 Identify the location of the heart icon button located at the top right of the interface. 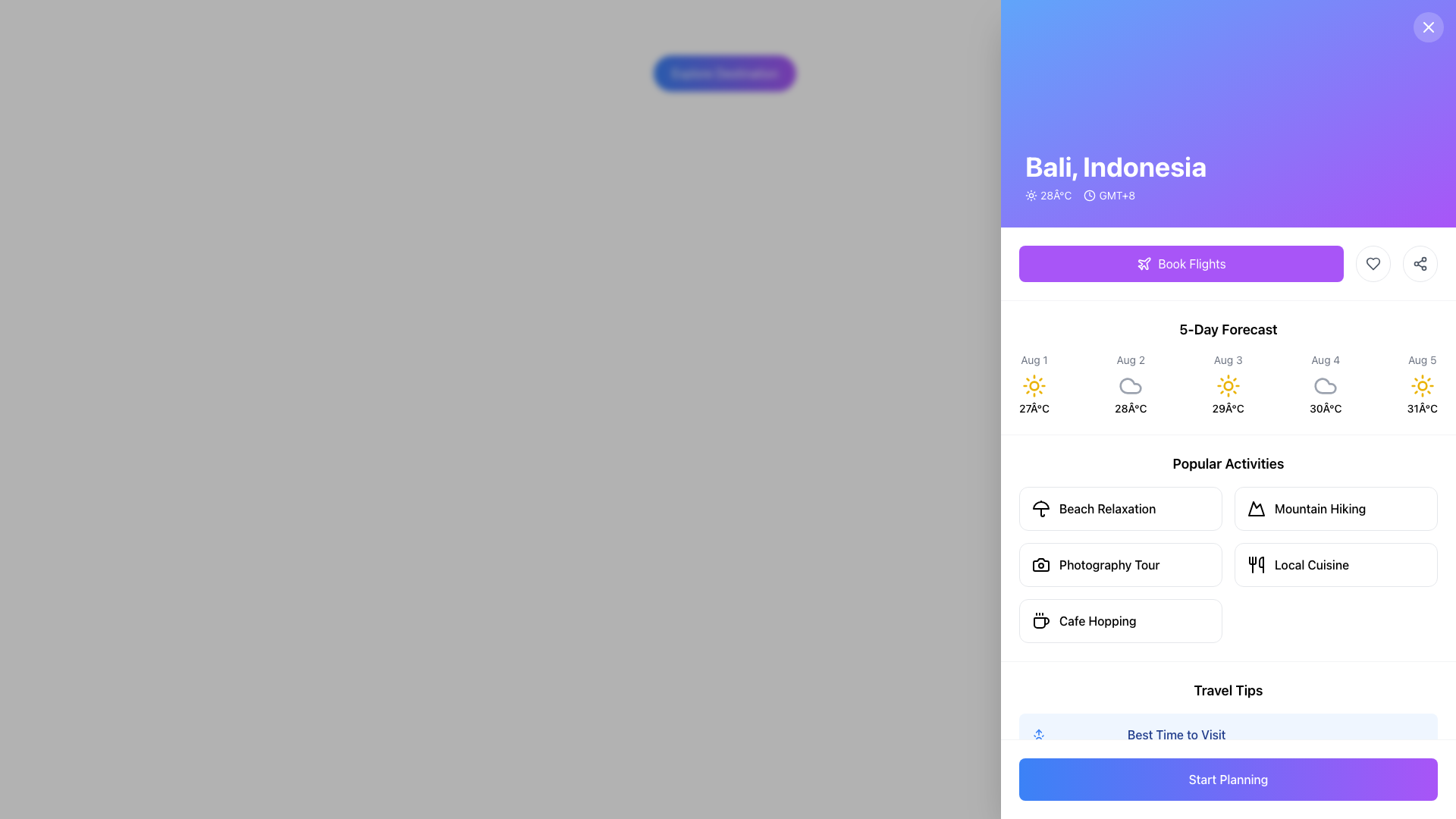
(1373, 262).